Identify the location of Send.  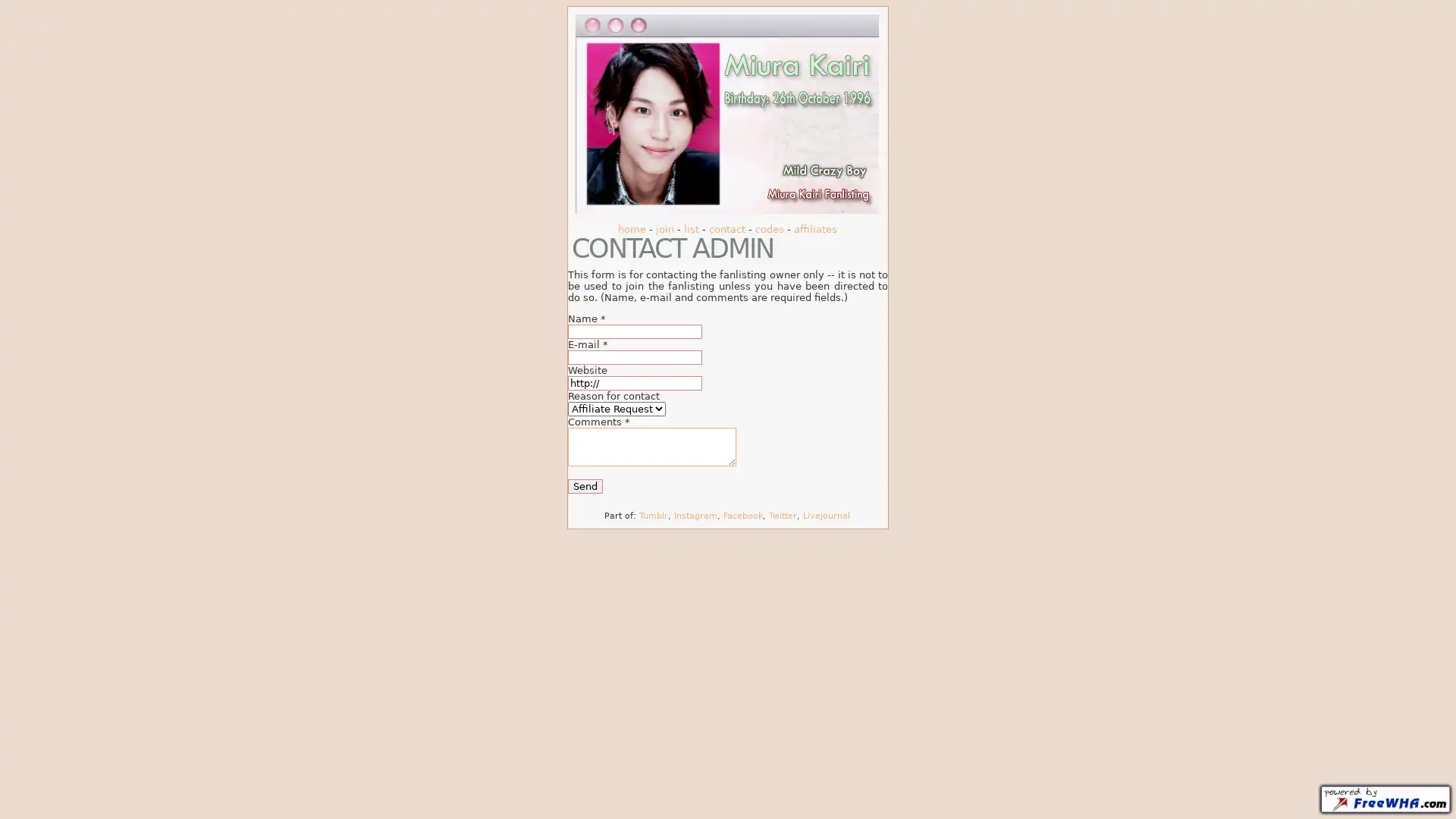
(585, 485).